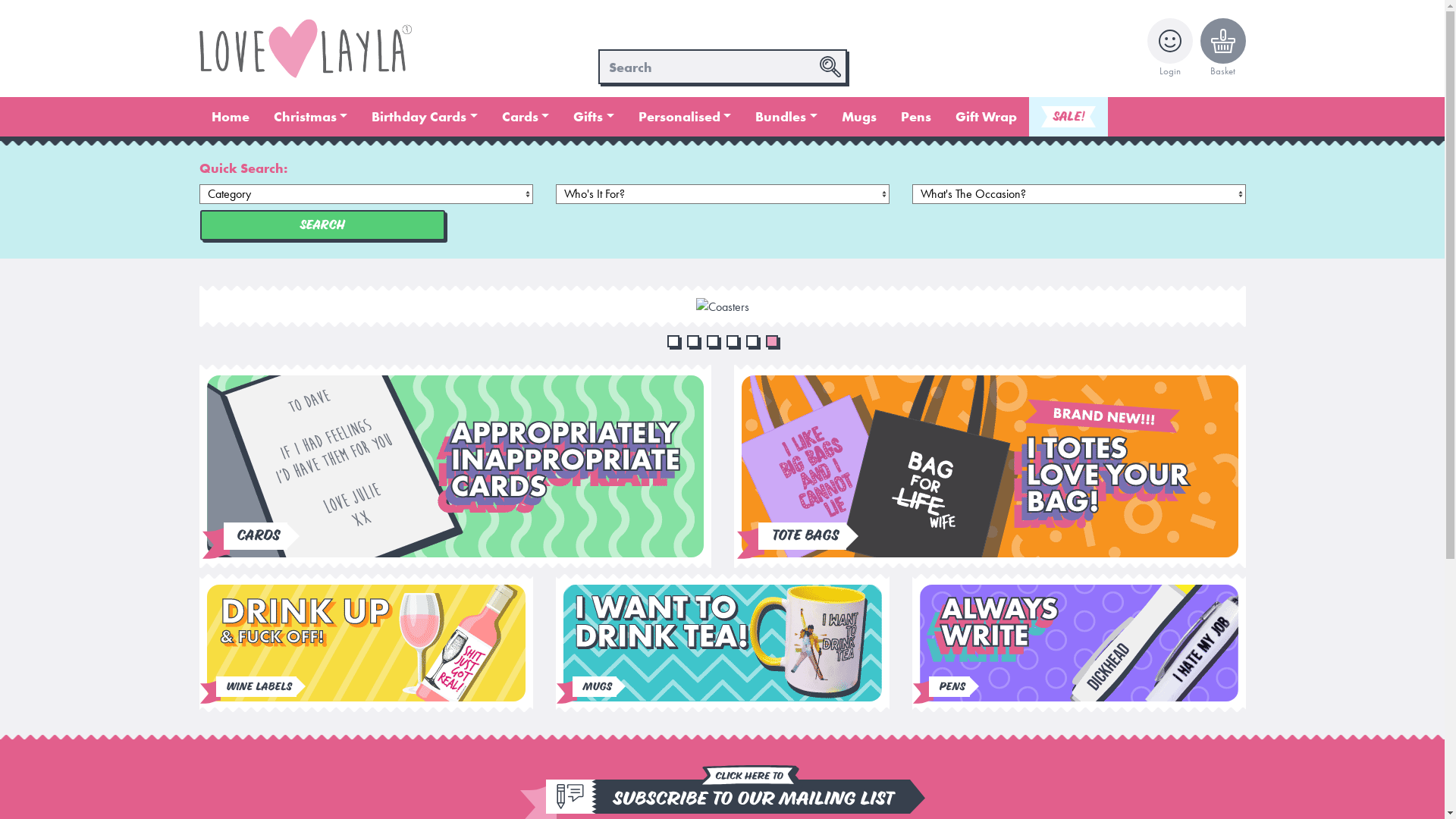 Image resolution: width=1456 pixels, height=819 pixels. What do you see at coordinates (228, 116) in the screenshot?
I see `'Home` at bounding box center [228, 116].